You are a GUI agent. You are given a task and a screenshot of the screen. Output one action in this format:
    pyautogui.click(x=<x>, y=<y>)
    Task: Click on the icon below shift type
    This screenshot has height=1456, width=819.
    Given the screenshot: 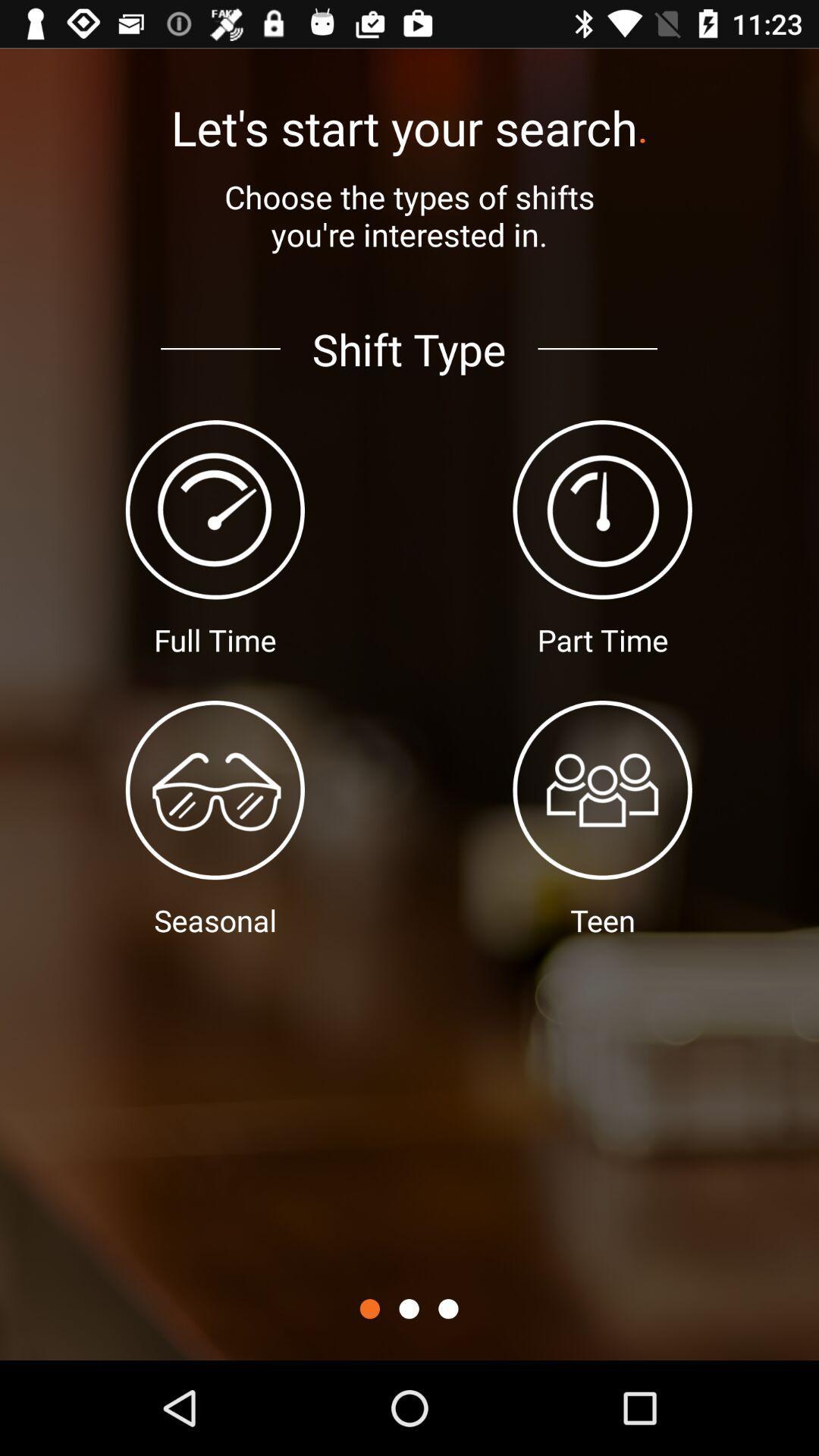 What is the action you would take?
    pyautogui.click(x=369, y=1308)
    